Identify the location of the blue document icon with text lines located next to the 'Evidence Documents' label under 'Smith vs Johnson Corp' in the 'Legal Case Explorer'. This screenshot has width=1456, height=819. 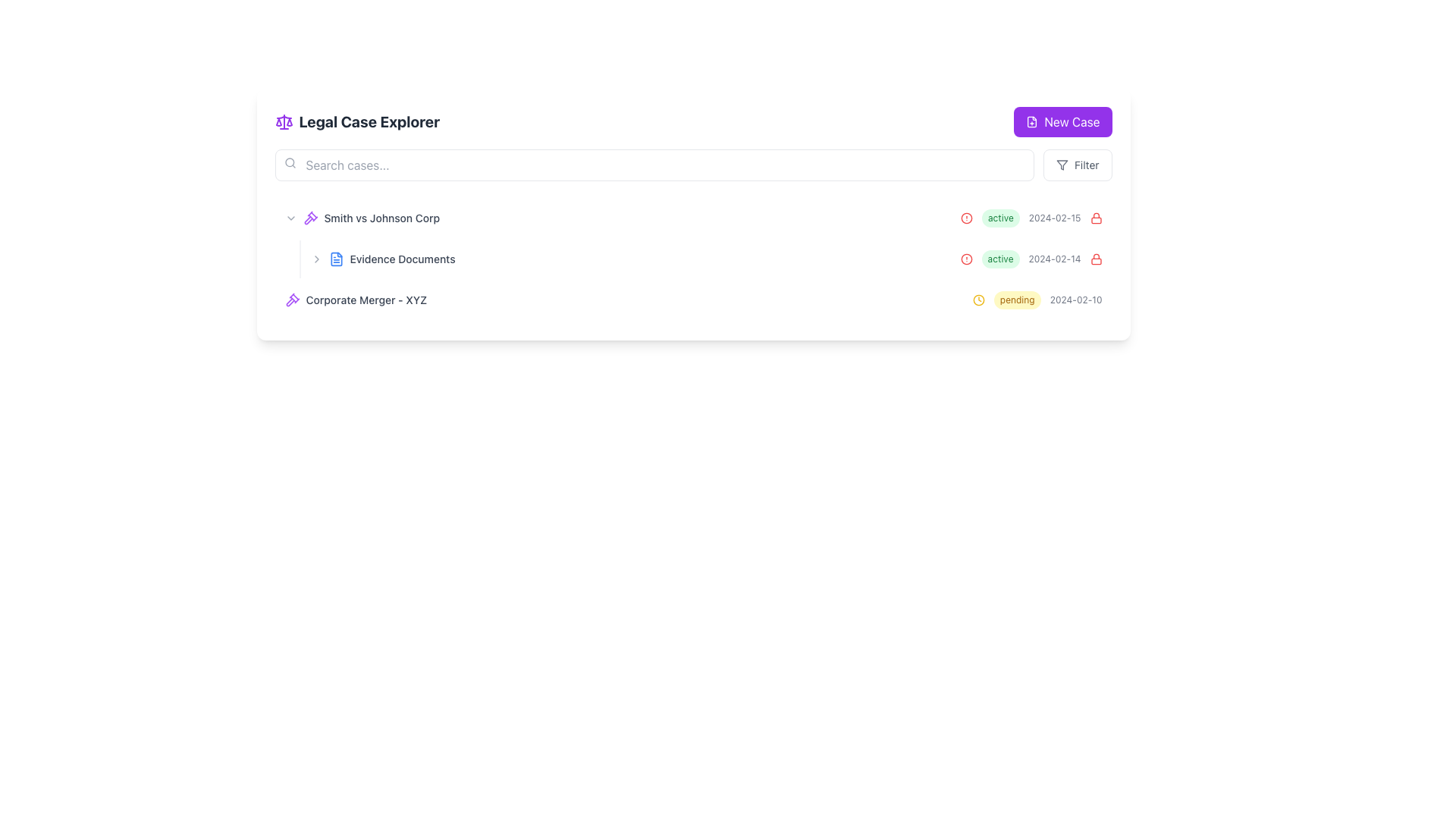
(335, 259).